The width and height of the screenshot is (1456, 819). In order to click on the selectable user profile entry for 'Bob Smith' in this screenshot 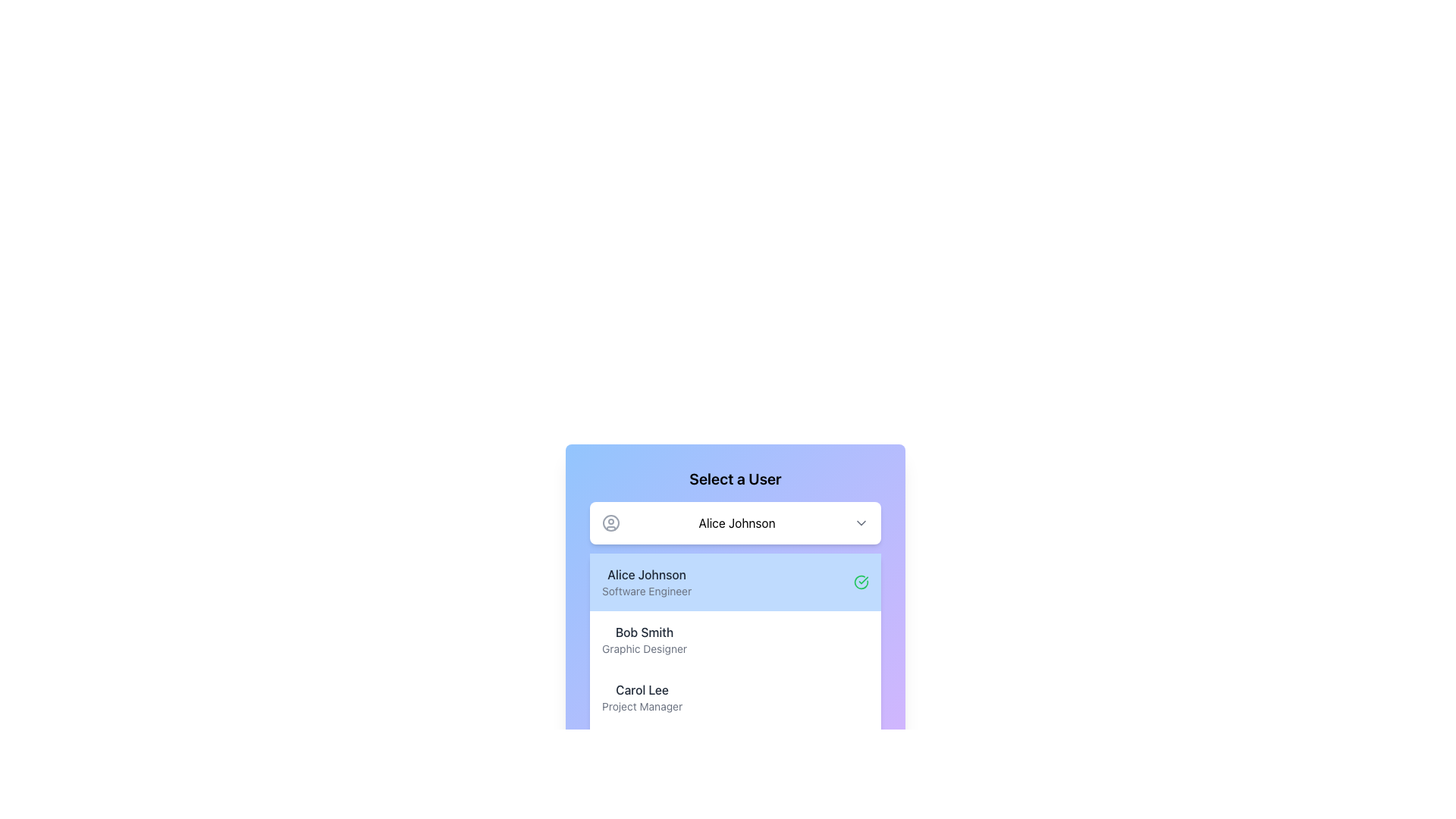, I will do `click(735, 640)`.